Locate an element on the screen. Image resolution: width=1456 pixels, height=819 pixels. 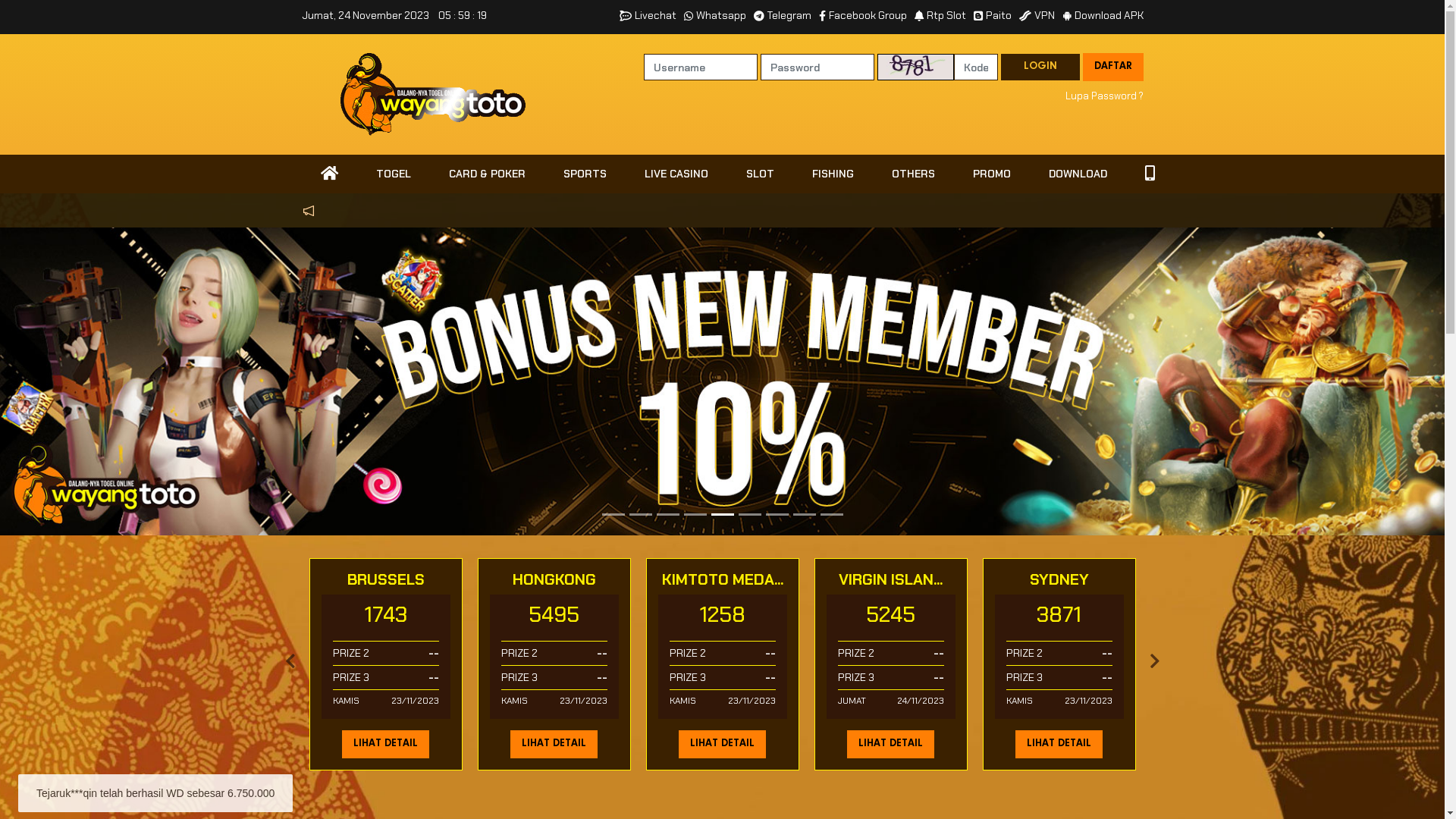
'Lupa Password ?' is located at coordinates (1103, 96).